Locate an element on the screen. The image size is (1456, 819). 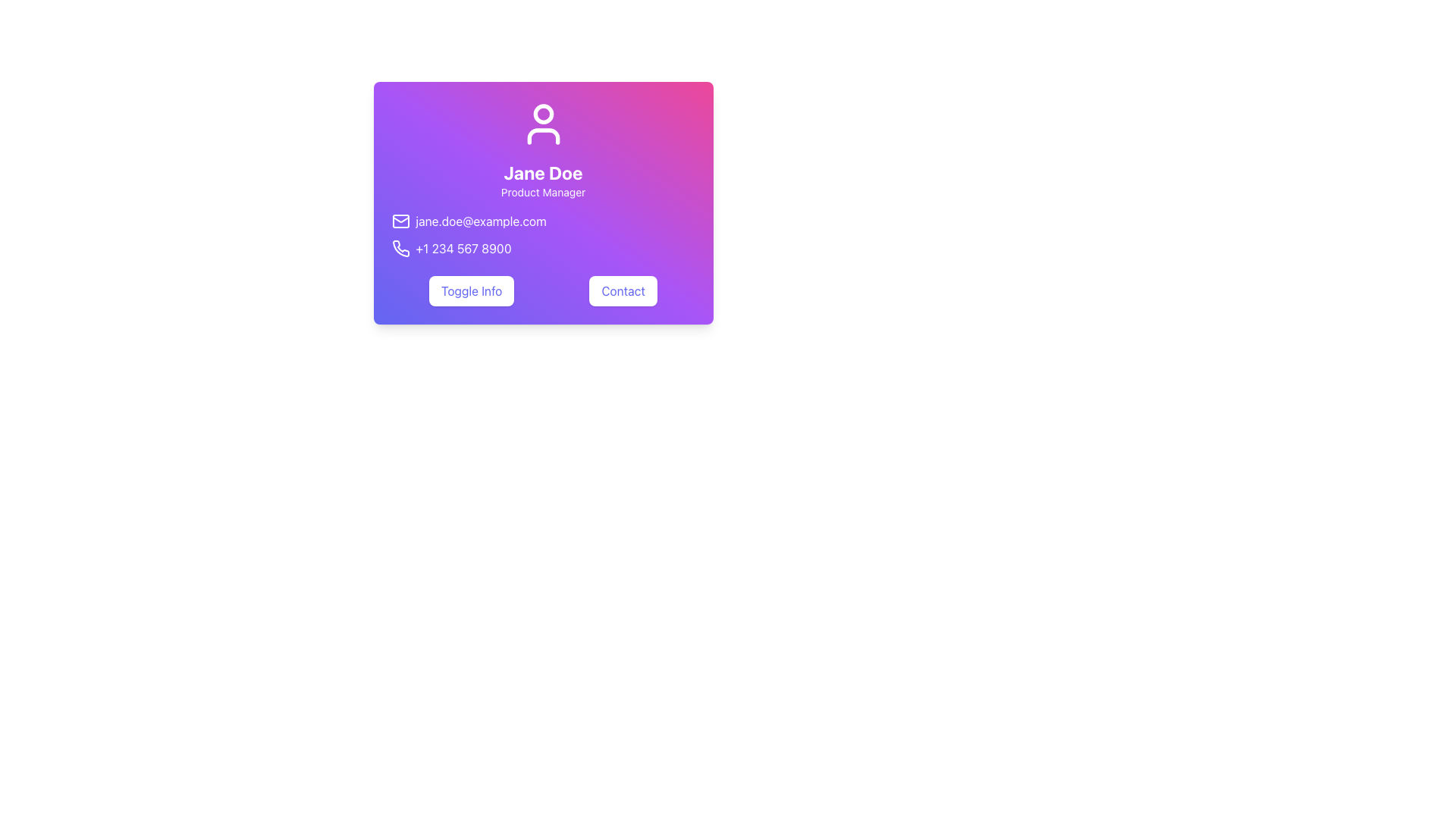
the mail envelope icon is located at coordinates (400, 221).